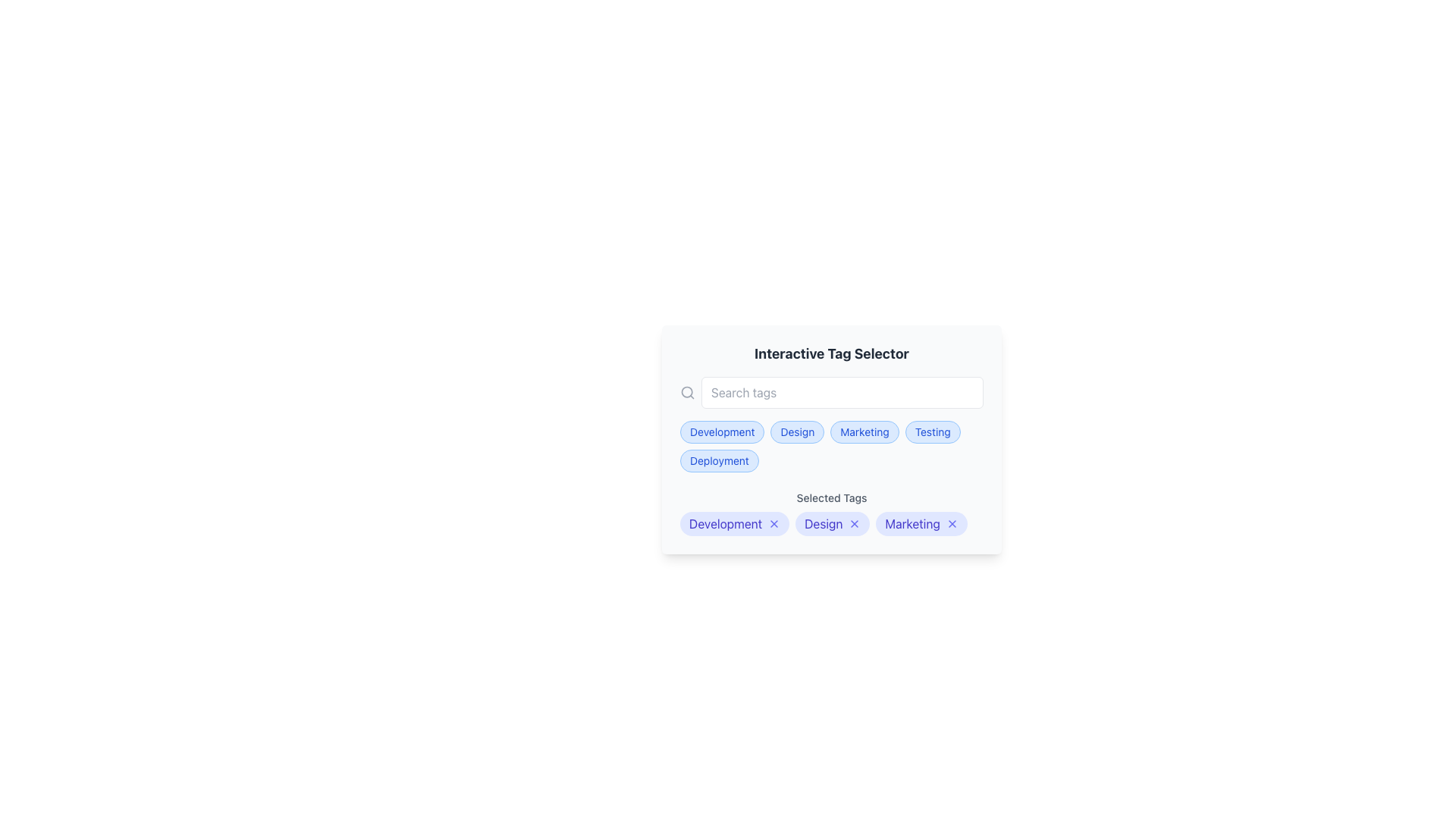 Image resolution: width=1456 pixels, height=819 pixels. What do you see at coordinates (718, 460) in the screenshot?
I see `the 'Deployment' button, which has a blue rounded outline and light blue background, to trigger the tooltip or hover effect` at bounding box center [718, 460].